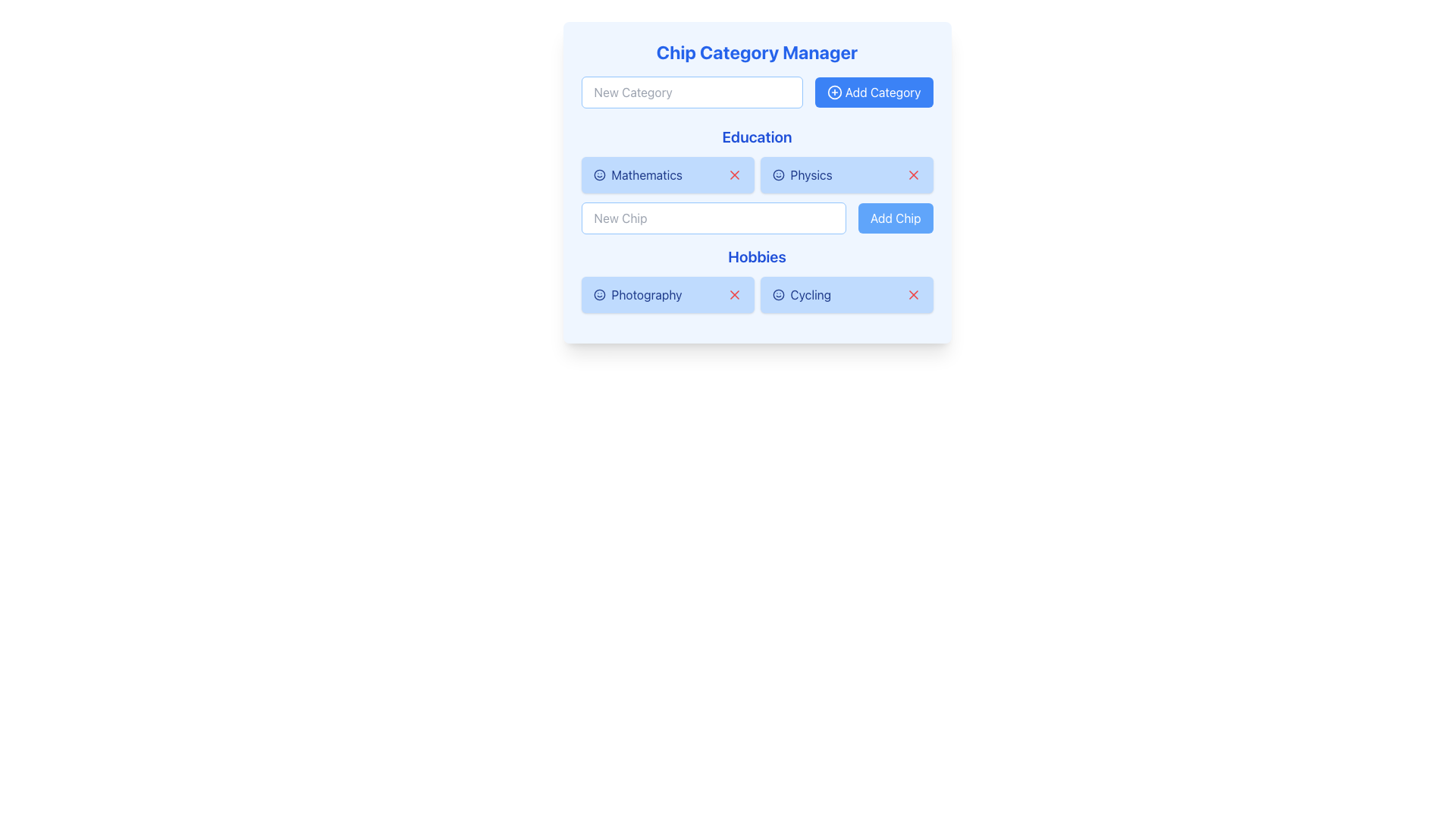 The width and height of the screenshot is (1456, 819). I want to click on the smiling face icon located within the 'Physics' chip in the 'Education' section, so click(778, 174).